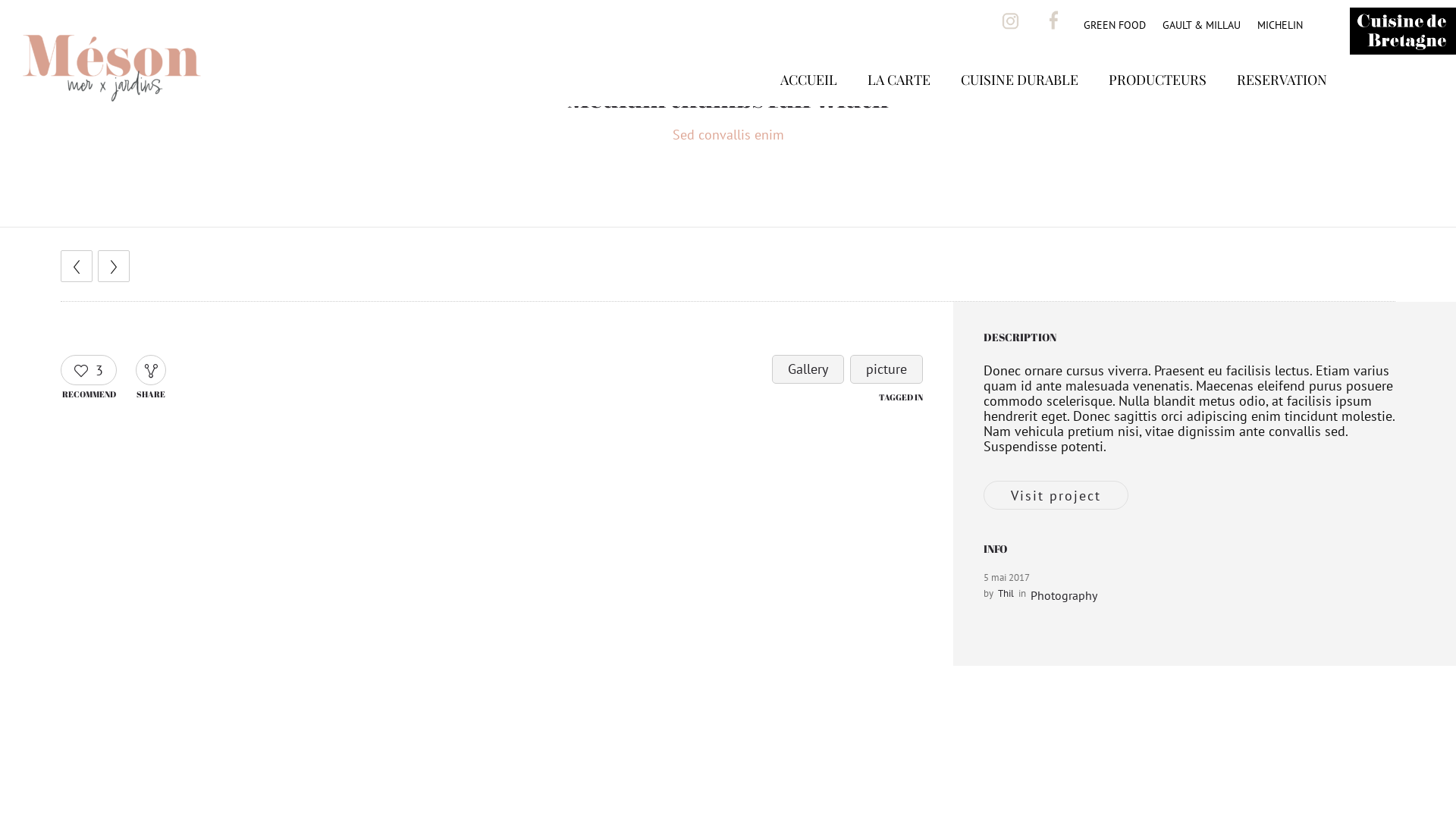 Image resolution: width=1456 pixels, height=819 pixels. What do you see at coordinates (1019, 102) in the screenshot?
I see `'CUISINE DURABLE'` at bounding box center [1019, 102].